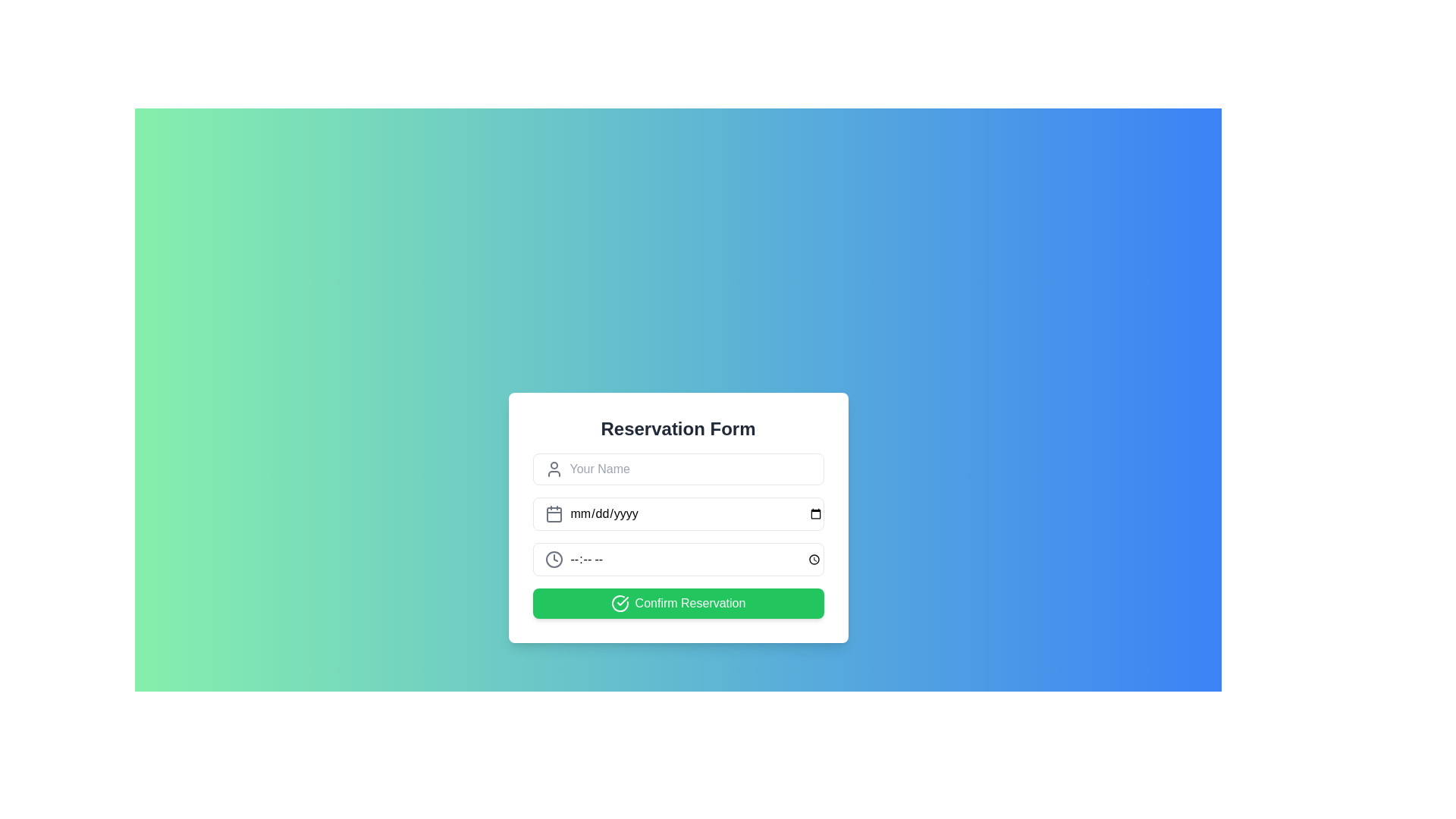 The image size is (1456, 819). I want to click on the clock icon with a circular outline and stylized clock hands, rendered in gray, located within the time input field, so click(553, 559).